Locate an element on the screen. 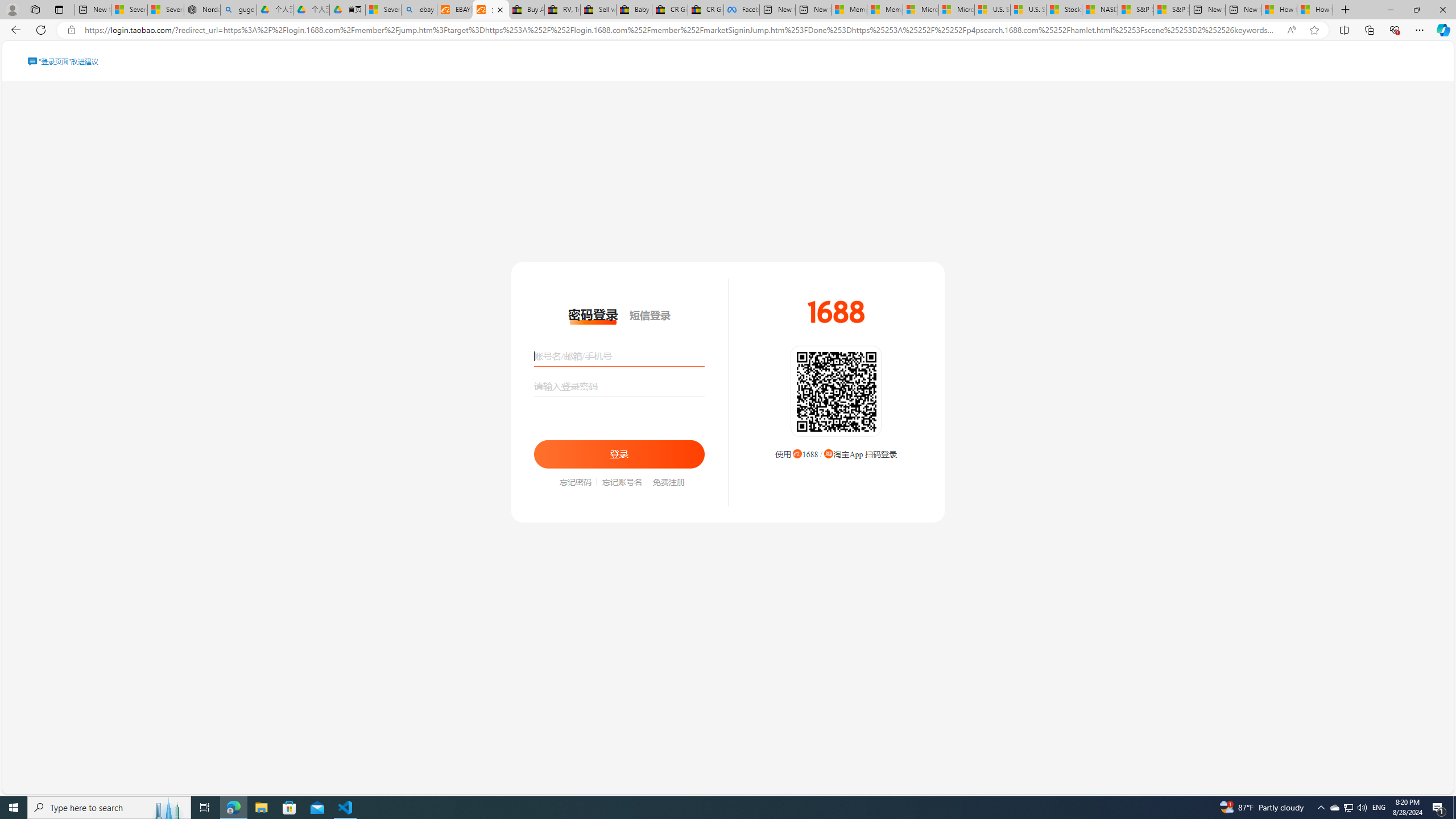 The height and width of the screenshot is (819, 1456). 'Facebook' is located at coordinates (742, 9).